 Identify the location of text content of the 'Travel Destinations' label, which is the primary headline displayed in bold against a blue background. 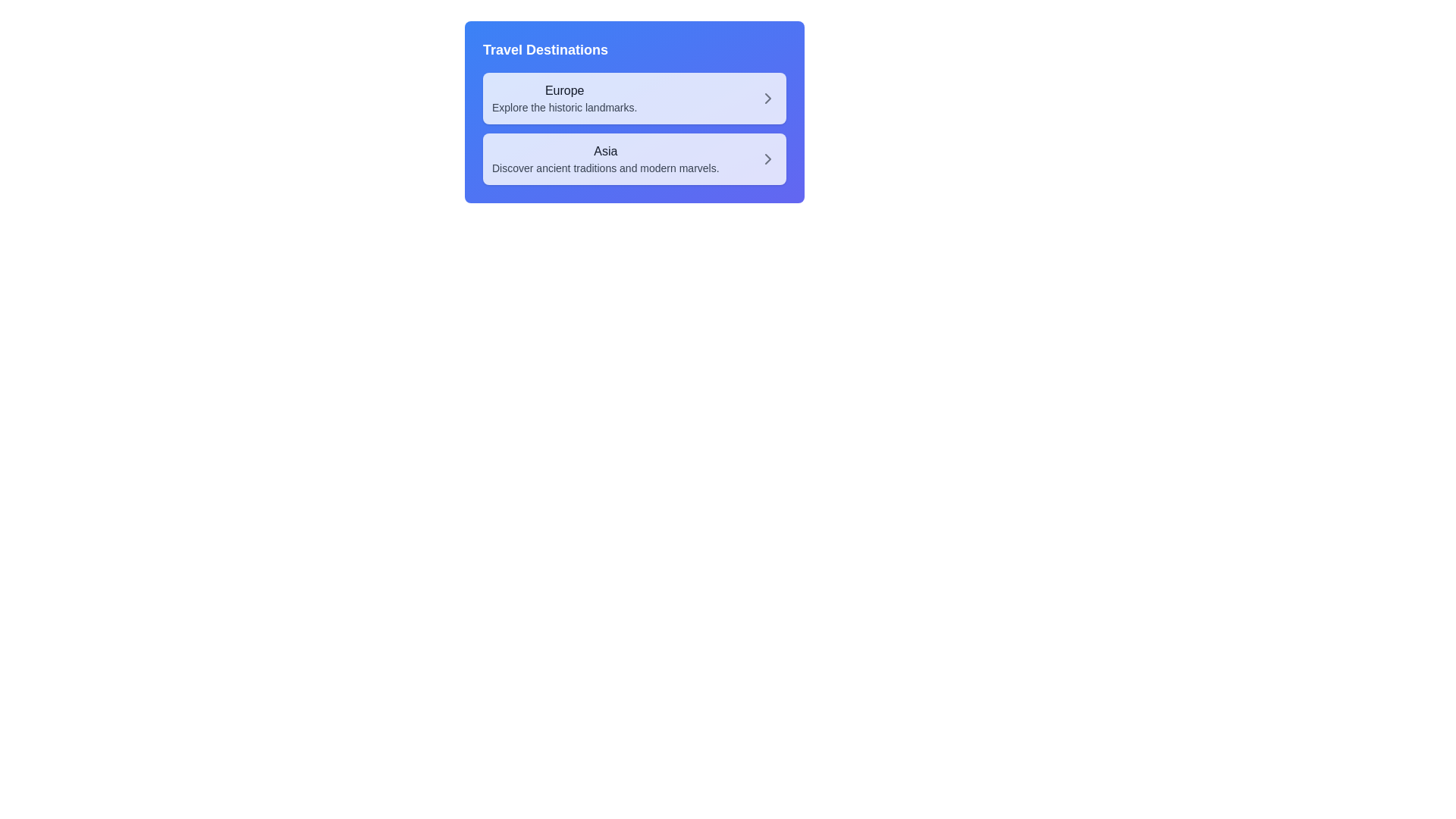
(545, 49).